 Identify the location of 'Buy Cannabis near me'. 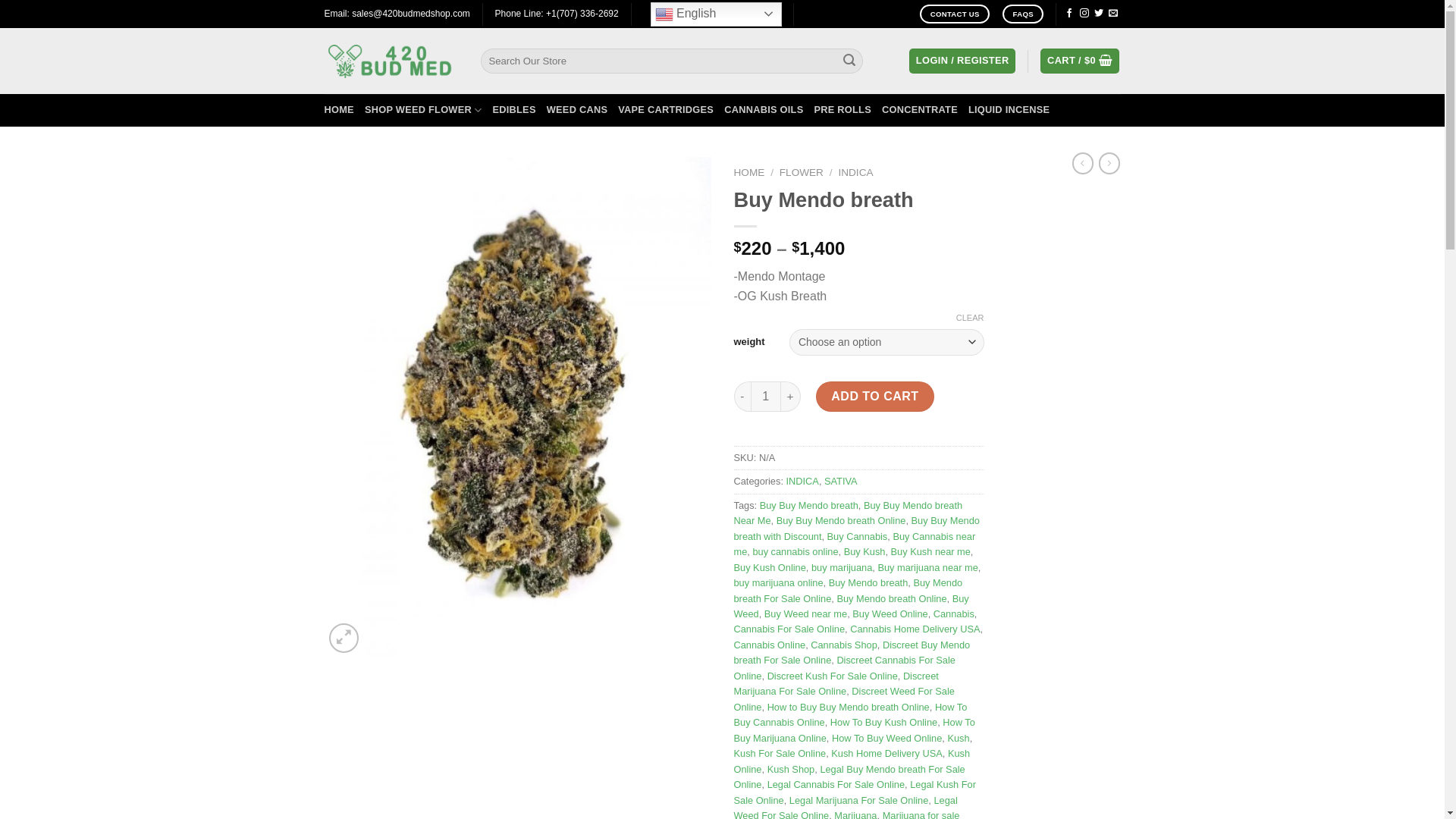
(855, 543).